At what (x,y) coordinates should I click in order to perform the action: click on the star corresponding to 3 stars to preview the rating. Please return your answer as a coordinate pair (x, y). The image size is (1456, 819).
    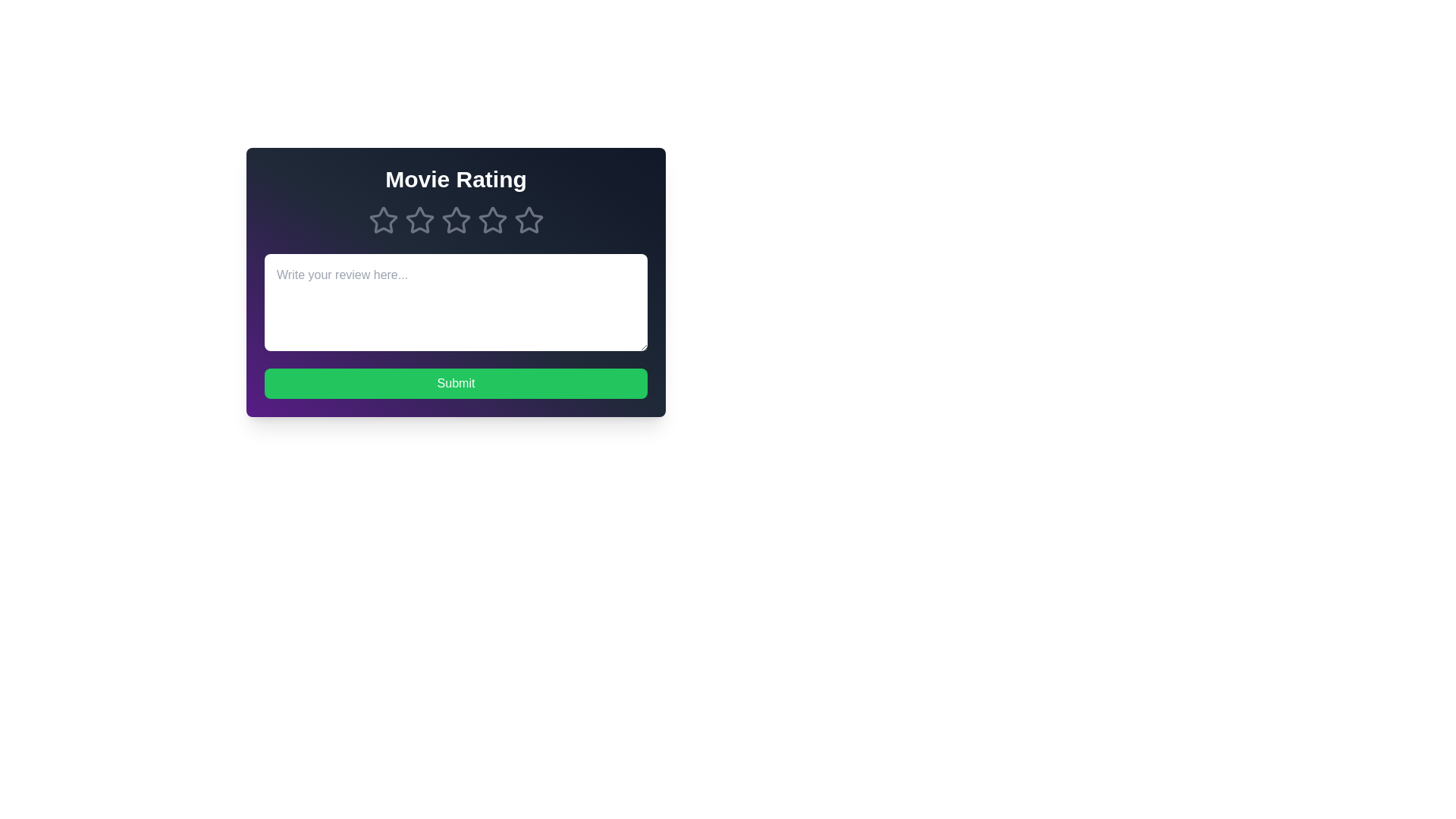
    Looking at the image, I should click on (455, 220).